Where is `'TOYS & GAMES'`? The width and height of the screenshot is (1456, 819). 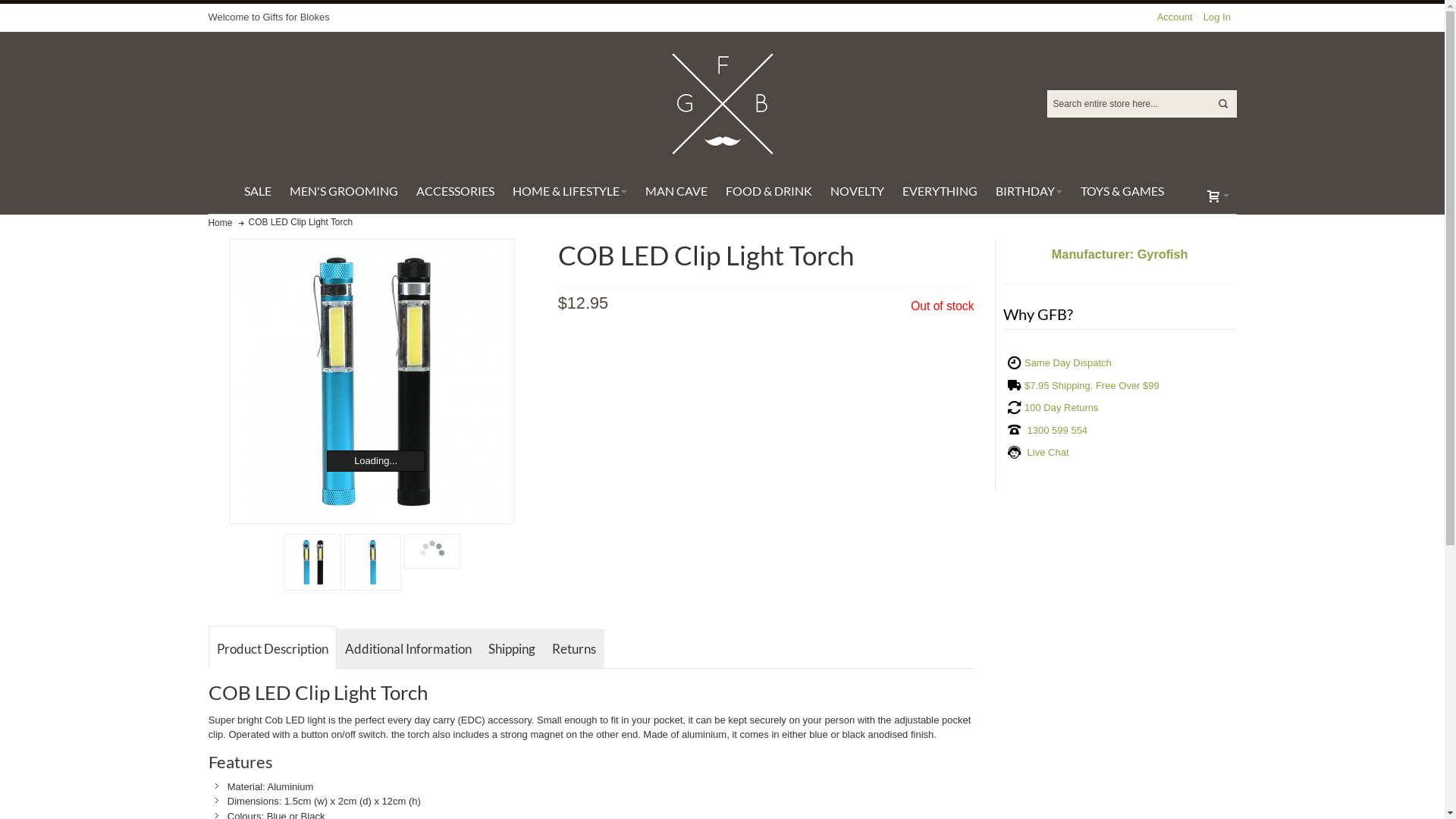
'TOYS & GAMES' is located at coordinates (1121, 190).